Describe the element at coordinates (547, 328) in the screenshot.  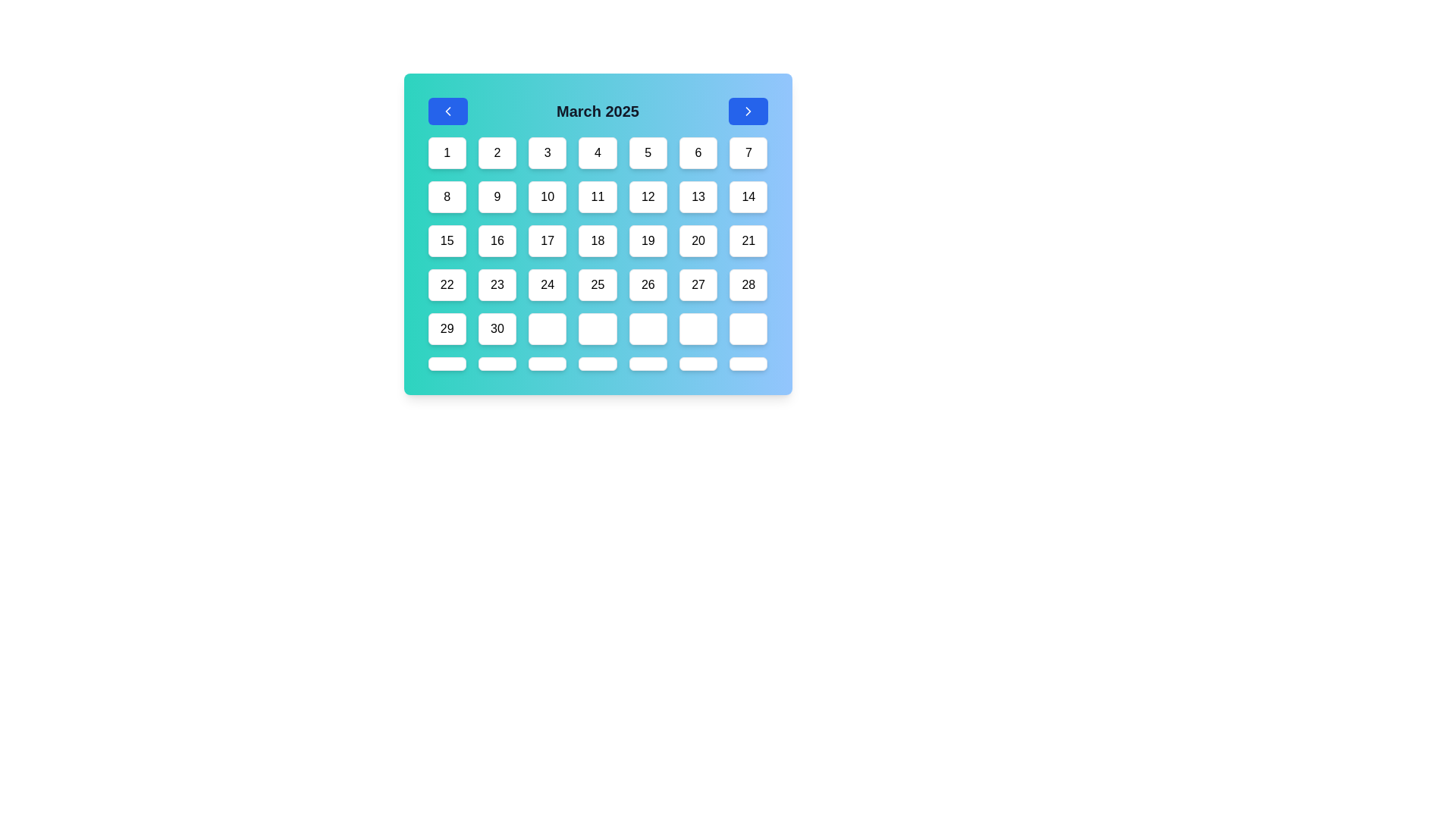
I see `the empty calendar cell located at row 5, column 3, which is part of a grid layout and serves as an interactive placeholder for future input` at that location.